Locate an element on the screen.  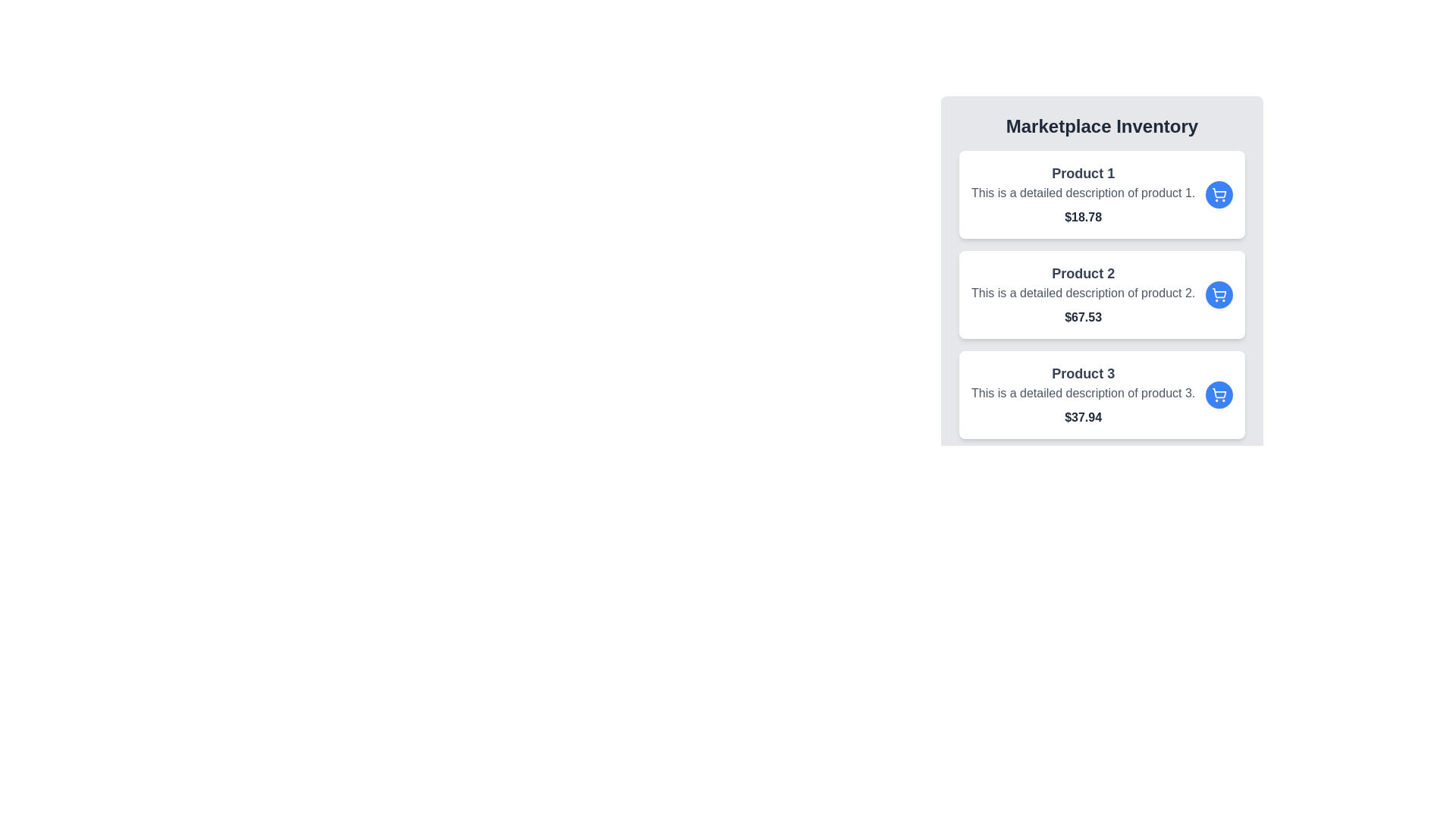
the static text label displaying the bold text 'Product 1' which is positioned at the top of the card, above the product description and price information is located at coordinates (1082, 172).